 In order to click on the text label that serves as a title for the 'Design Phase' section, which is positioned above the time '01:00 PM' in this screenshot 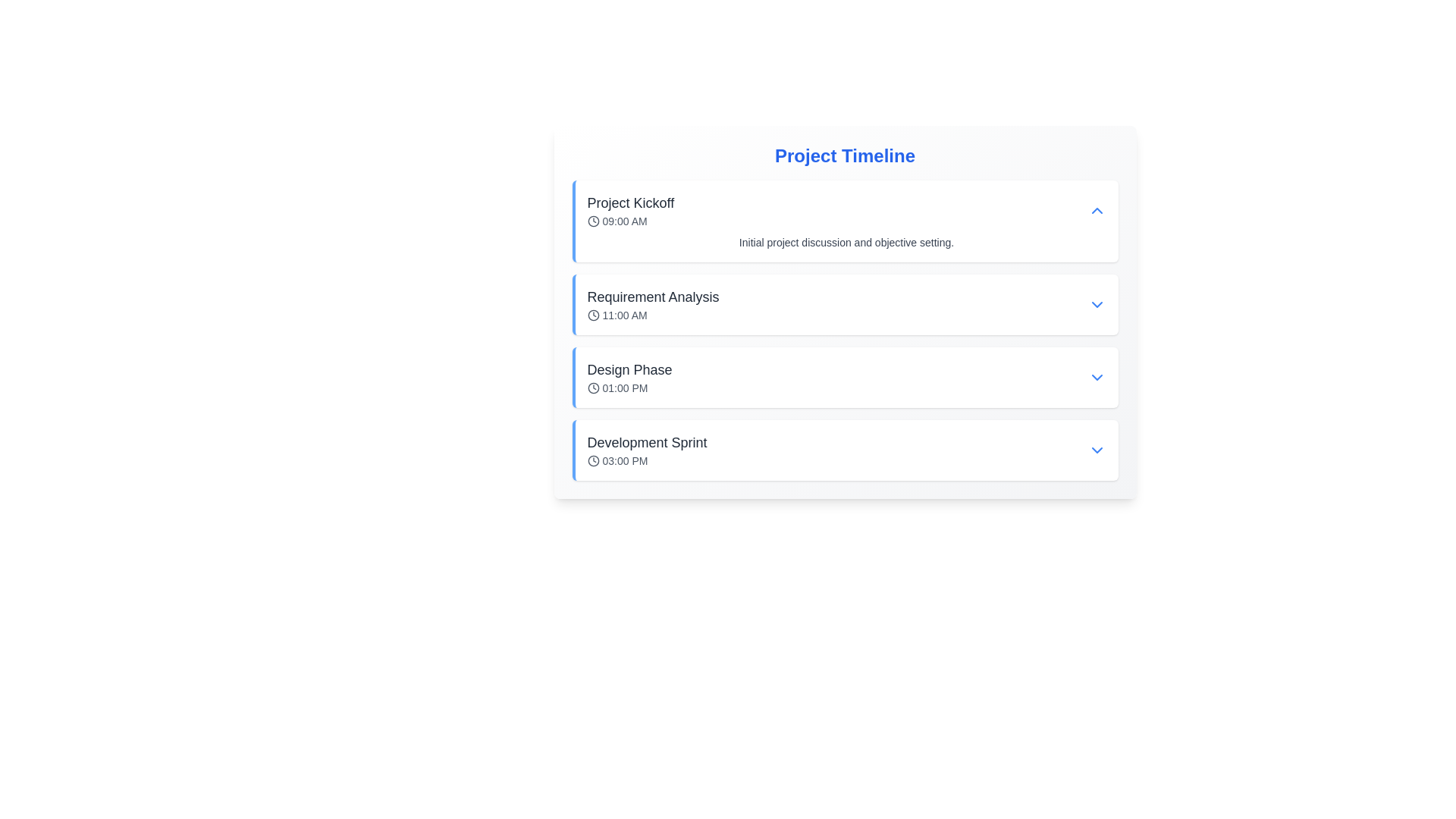, I will do `click(629, 370)`.